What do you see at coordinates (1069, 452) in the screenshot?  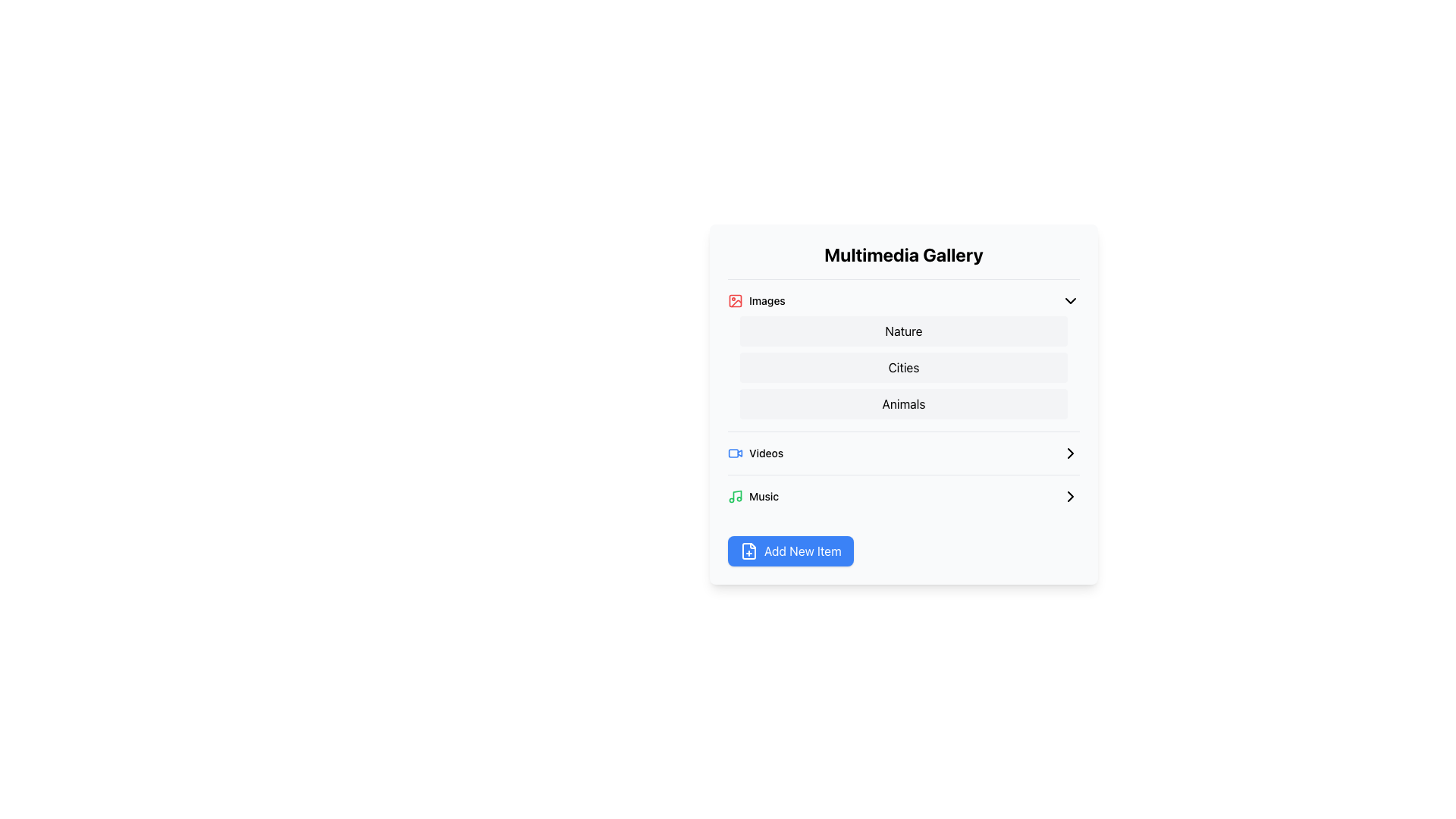 I see `the right-pointing chevron icon, which is aligned with the 'Videos' label` at bounding box center [1069, 452].